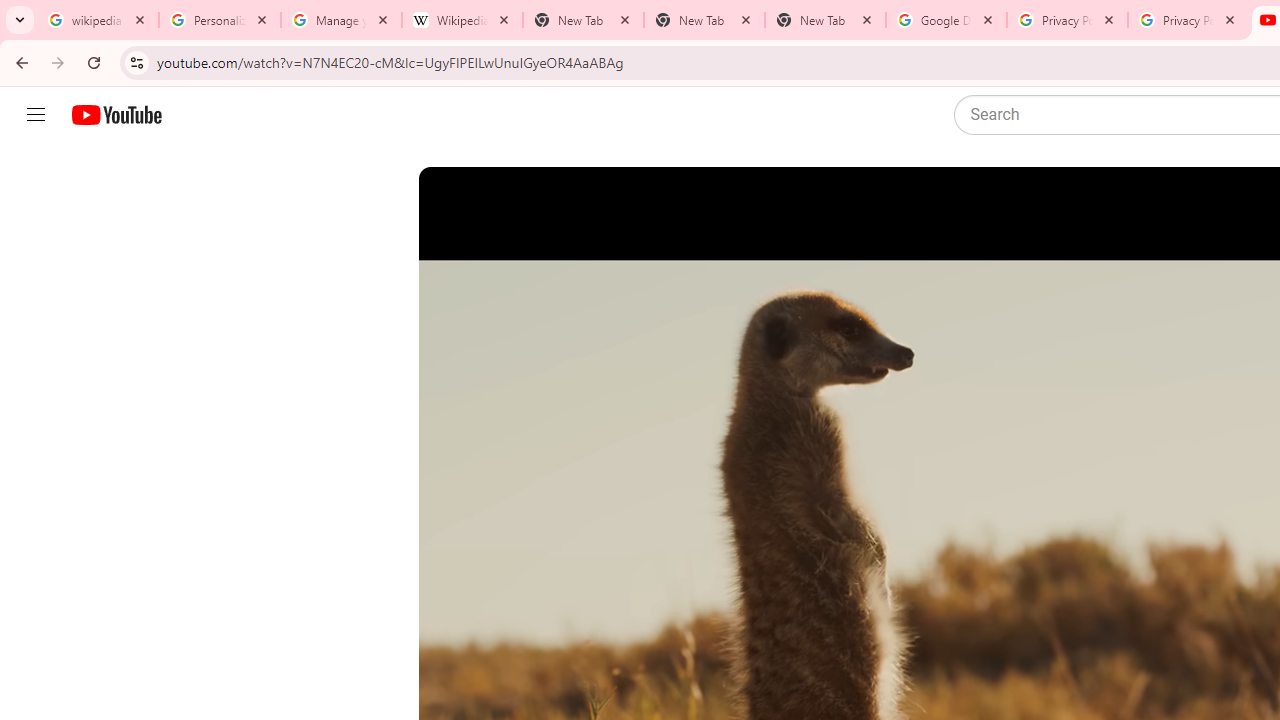  Describe the element at coordinates (825, 20) in the screenshot. I see `'New Tab'` at that location.